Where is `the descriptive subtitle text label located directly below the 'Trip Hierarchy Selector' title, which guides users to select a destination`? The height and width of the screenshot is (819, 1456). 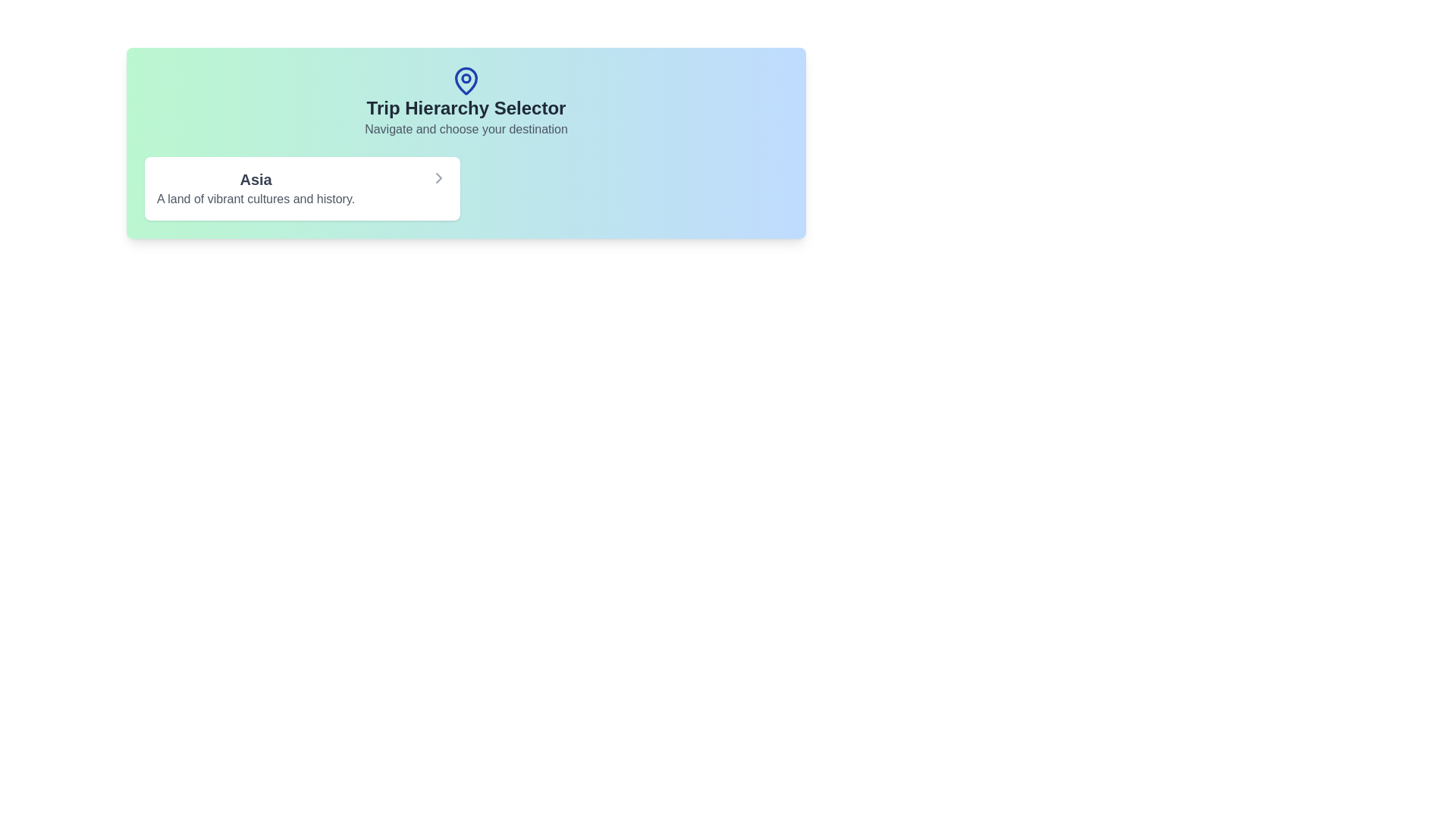
the descriptive subtitle text label located directly below the 'Trip Hierarchy Selector' title, which guides users to select a destination is located at coordinates (465, 128).